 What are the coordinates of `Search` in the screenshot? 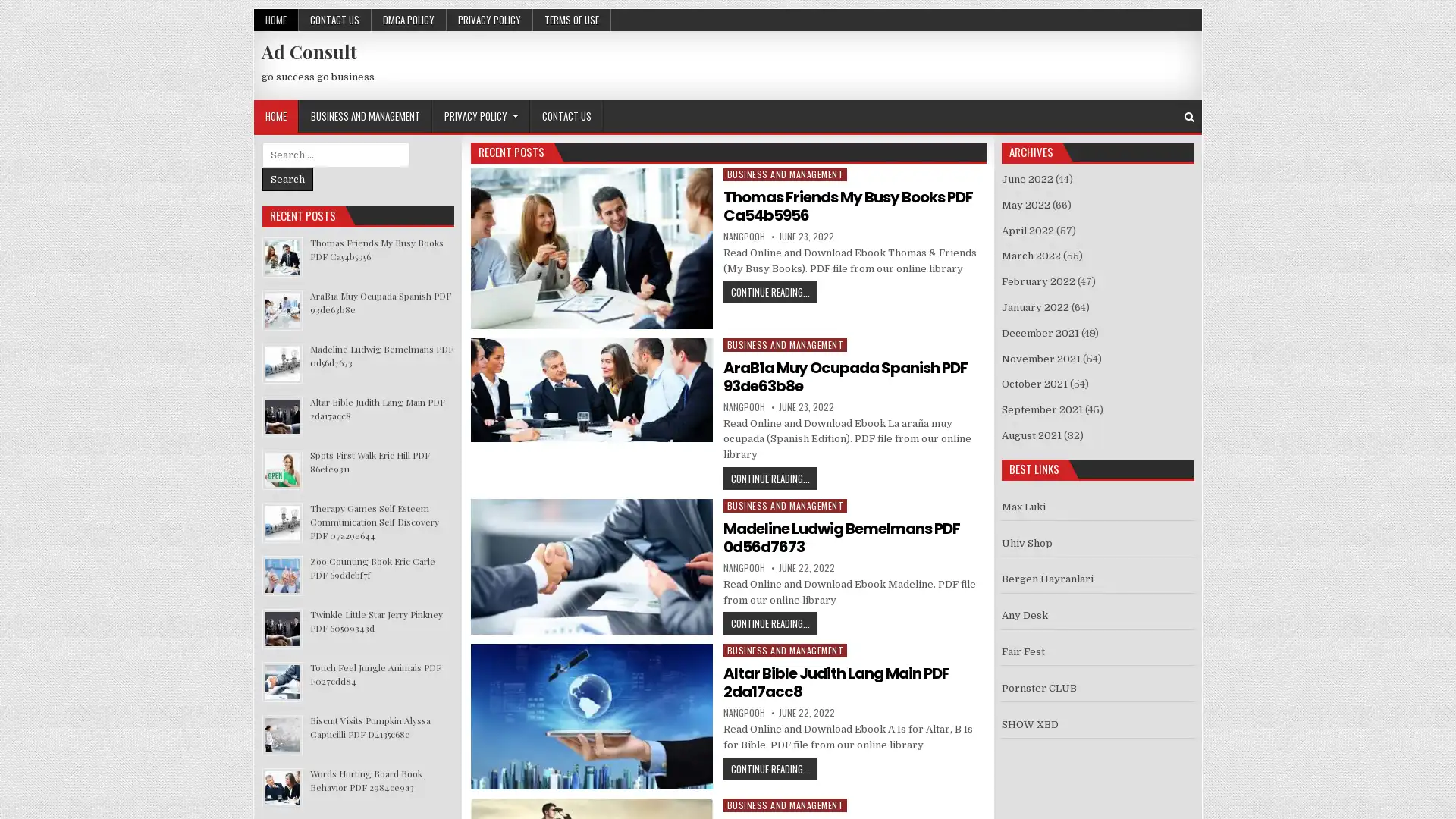 It's located at (287, 178).